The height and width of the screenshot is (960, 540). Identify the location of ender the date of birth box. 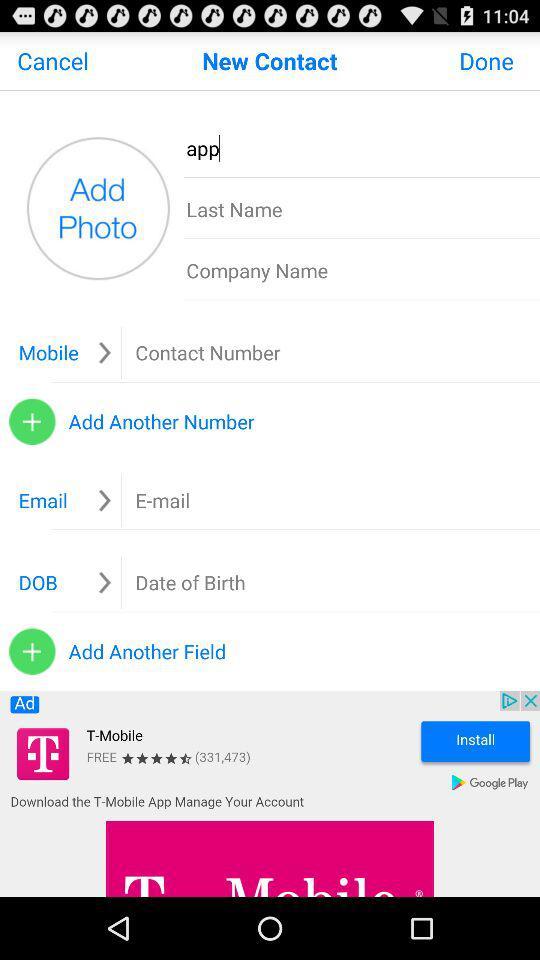
(190, 582).